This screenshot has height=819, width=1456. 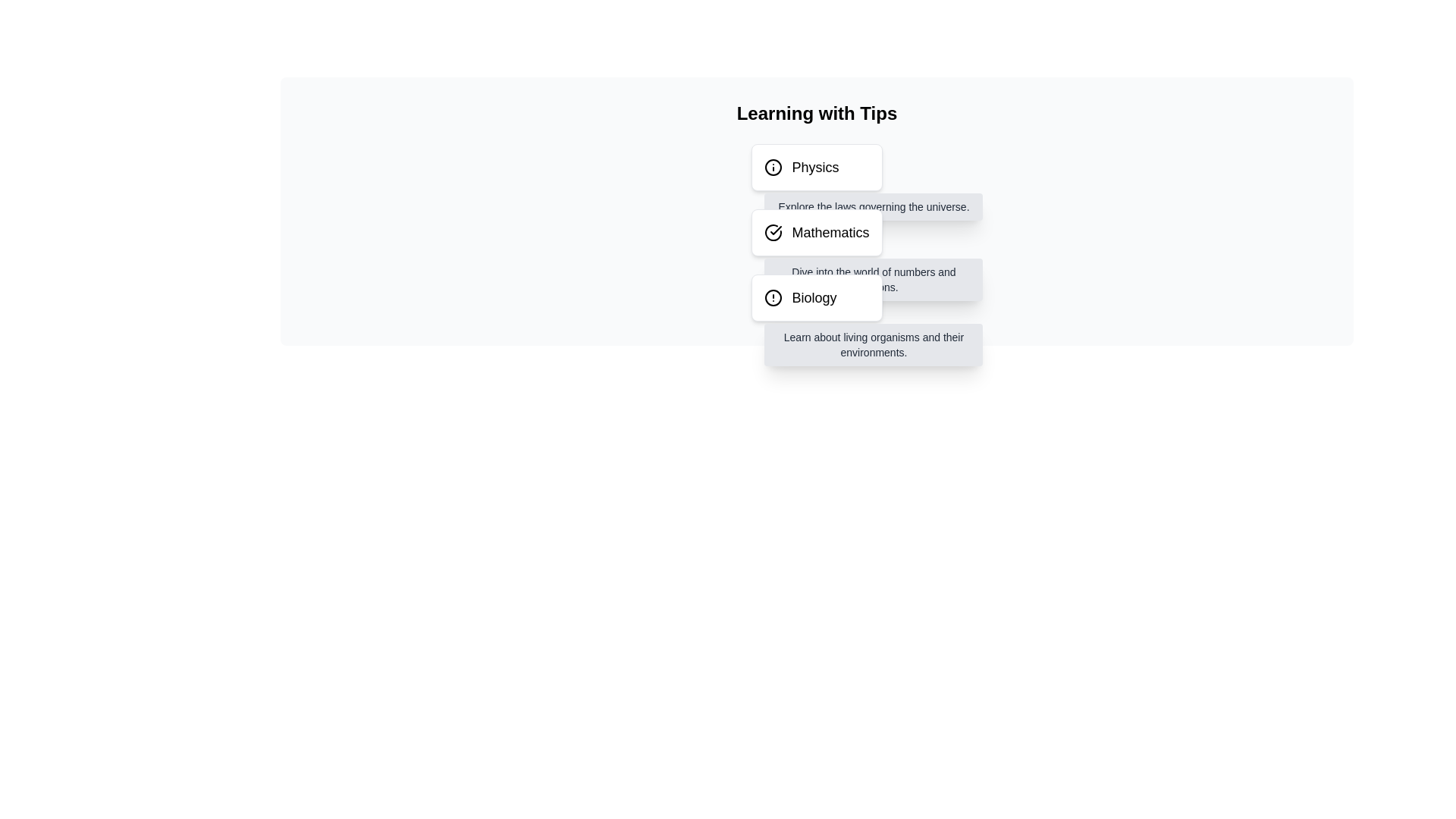 What do you see at coordinates (874, 280) in the screenshot?
I see `the Informative Text displaying 'Dive into the world of numbers and equations.' located below the 'Mathematics' option in the 'Learning with Tips' interface` at bounding box center [874, 280].